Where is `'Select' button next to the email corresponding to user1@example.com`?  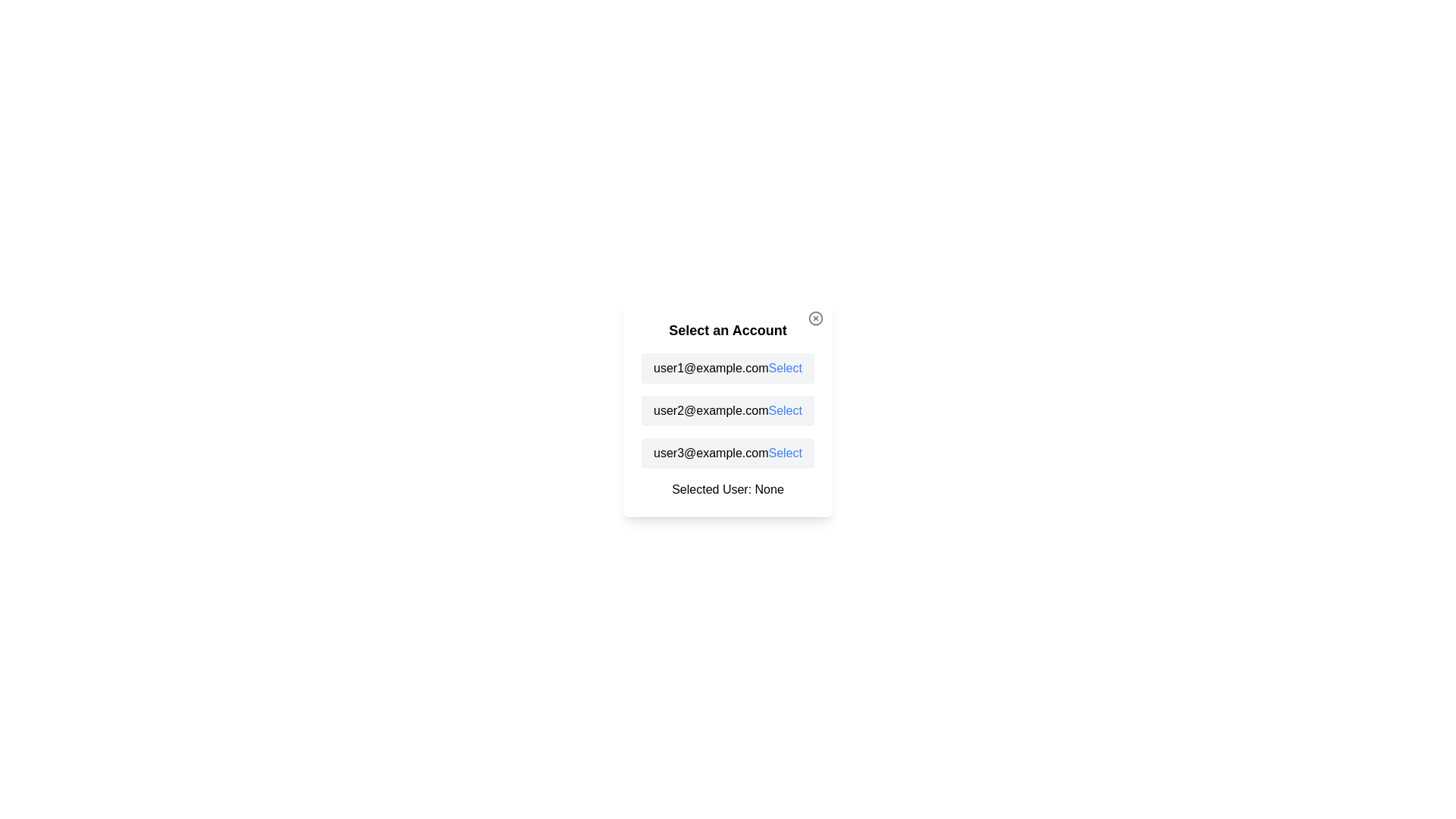
'Select' button next to the email corresponding to user1@example.com is located at coordinates (785, 369).